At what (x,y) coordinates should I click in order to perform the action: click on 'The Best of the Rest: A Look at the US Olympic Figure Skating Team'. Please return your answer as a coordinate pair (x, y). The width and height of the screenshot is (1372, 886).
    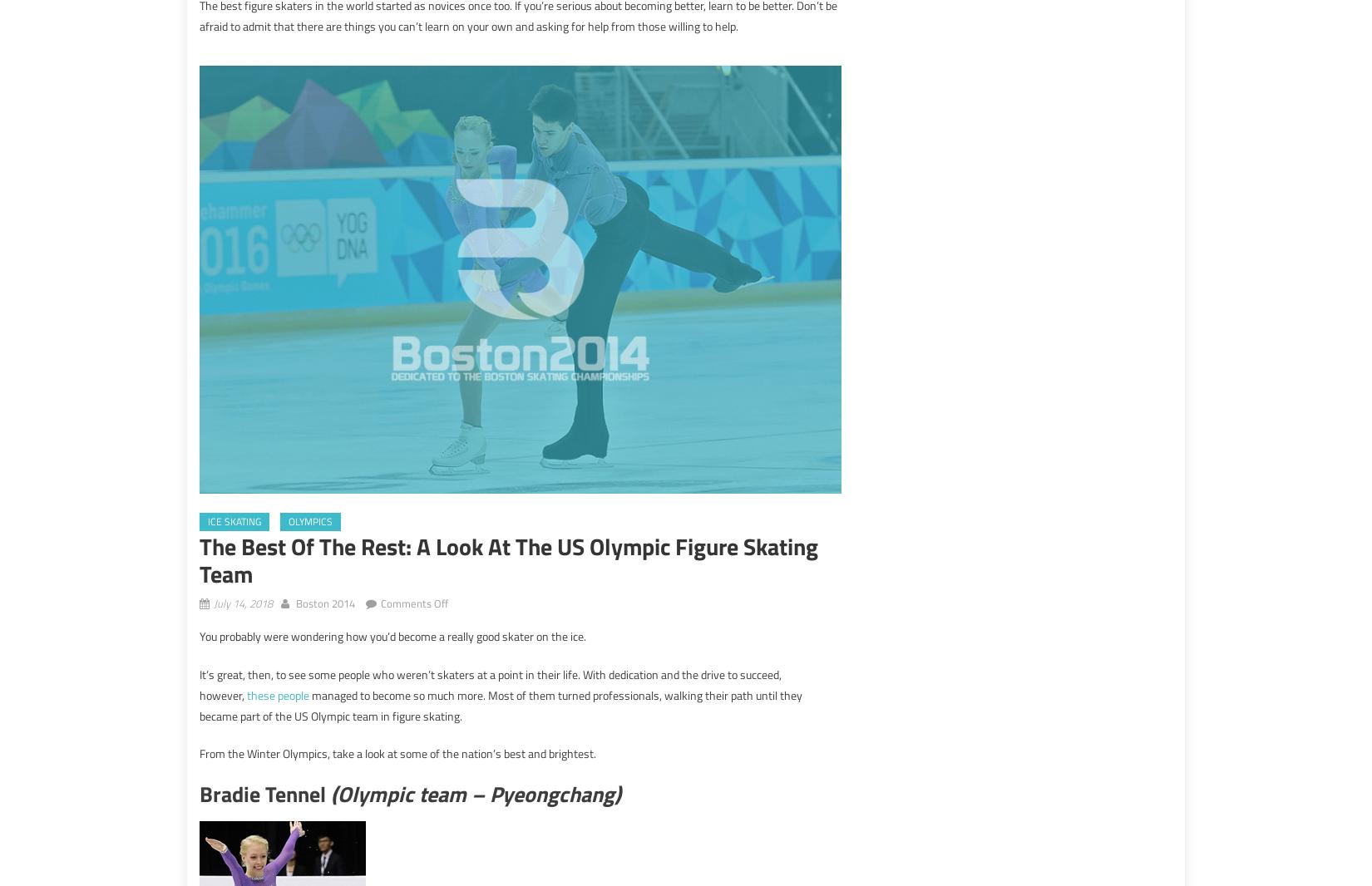
    Looking at the image, I should click on (507, 559).